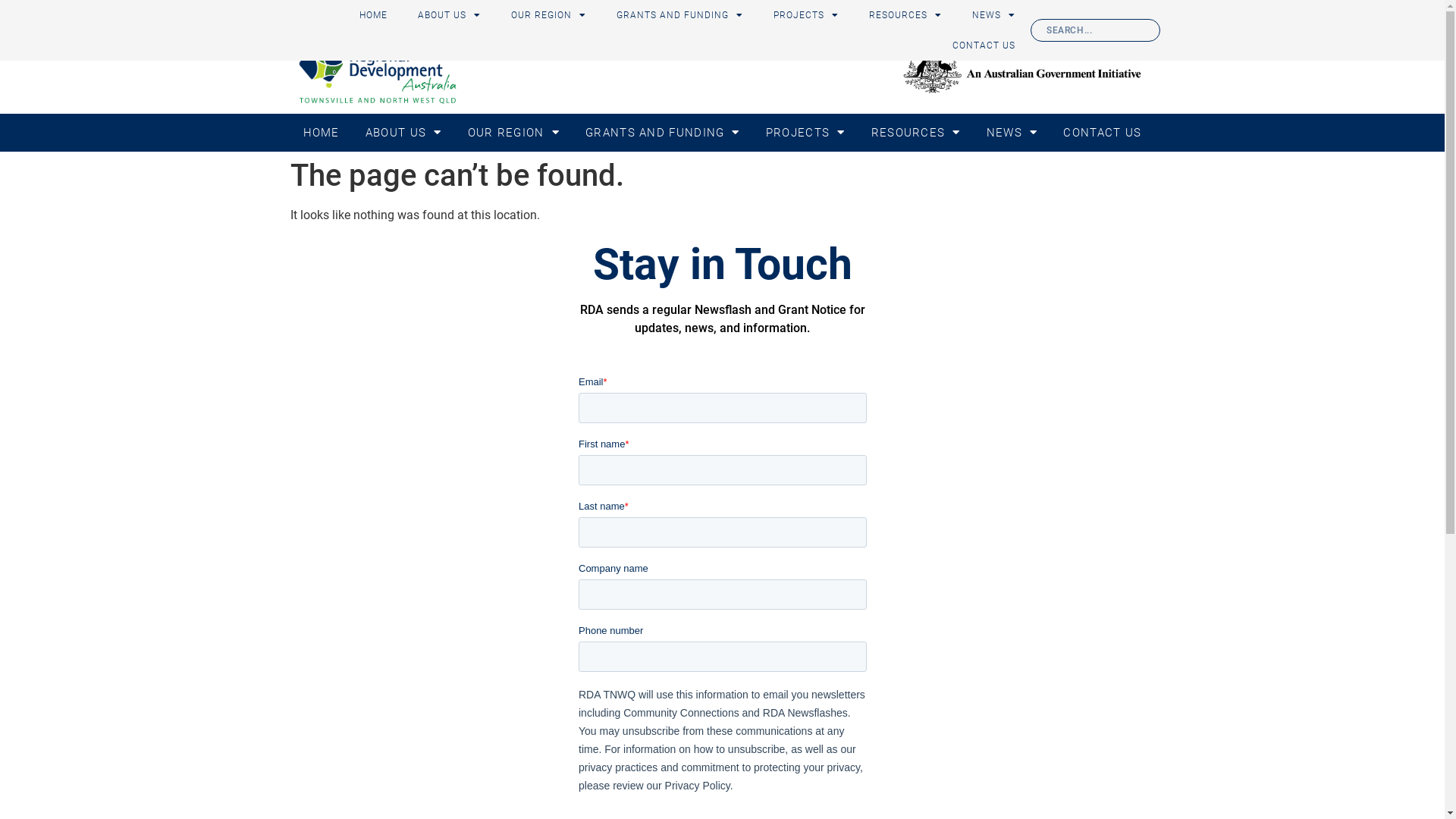 The image size is (1456, 819). I want to click on 'NEWS', so click(993, 14).